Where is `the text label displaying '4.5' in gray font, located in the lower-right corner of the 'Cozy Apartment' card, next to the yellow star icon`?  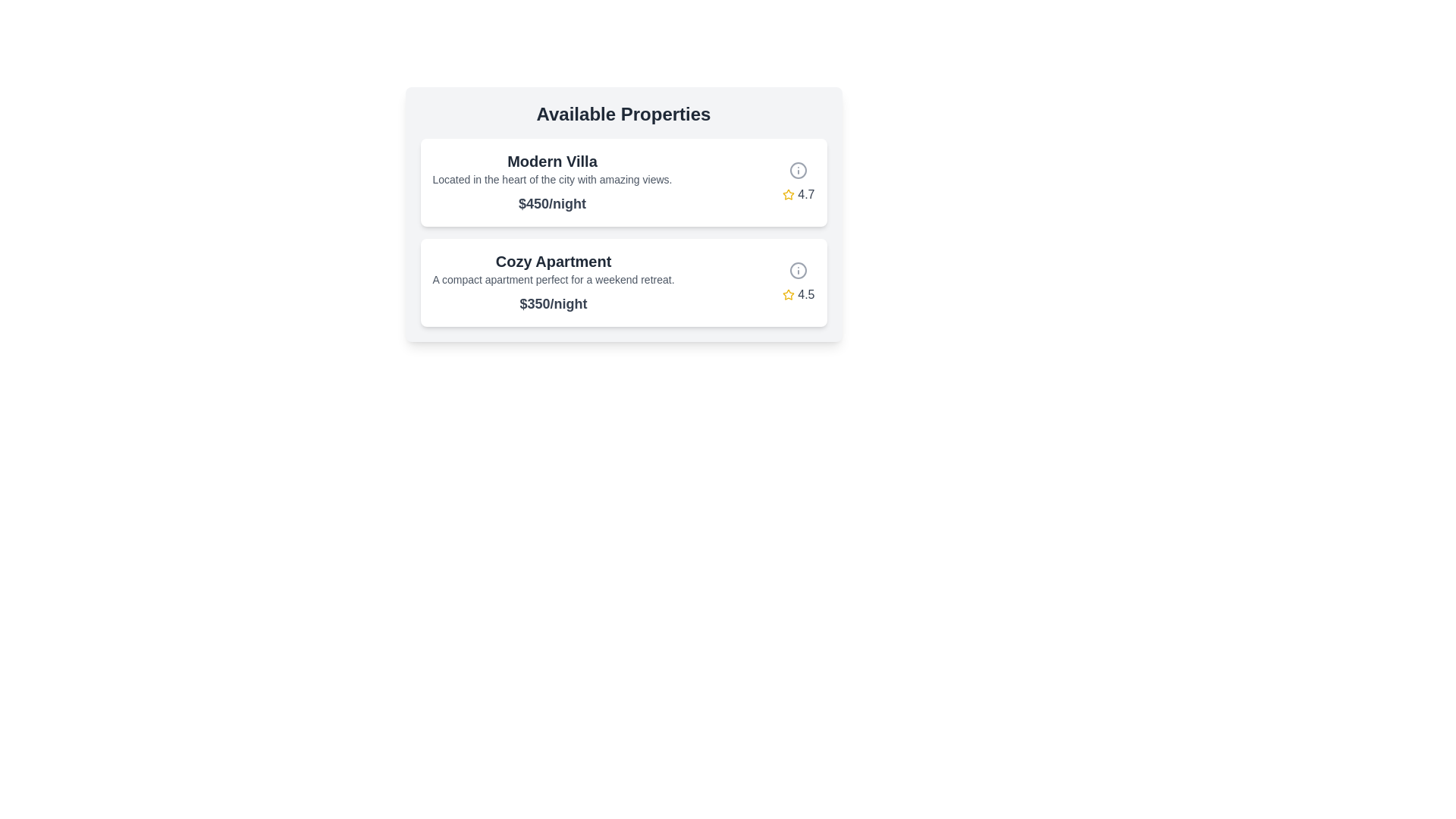 the text label displaying '4.5' in gray font, located in the lower-right corner of the 'Cozy Apartment' card, next to the yellow star icon is located at coordinates (805, 295).